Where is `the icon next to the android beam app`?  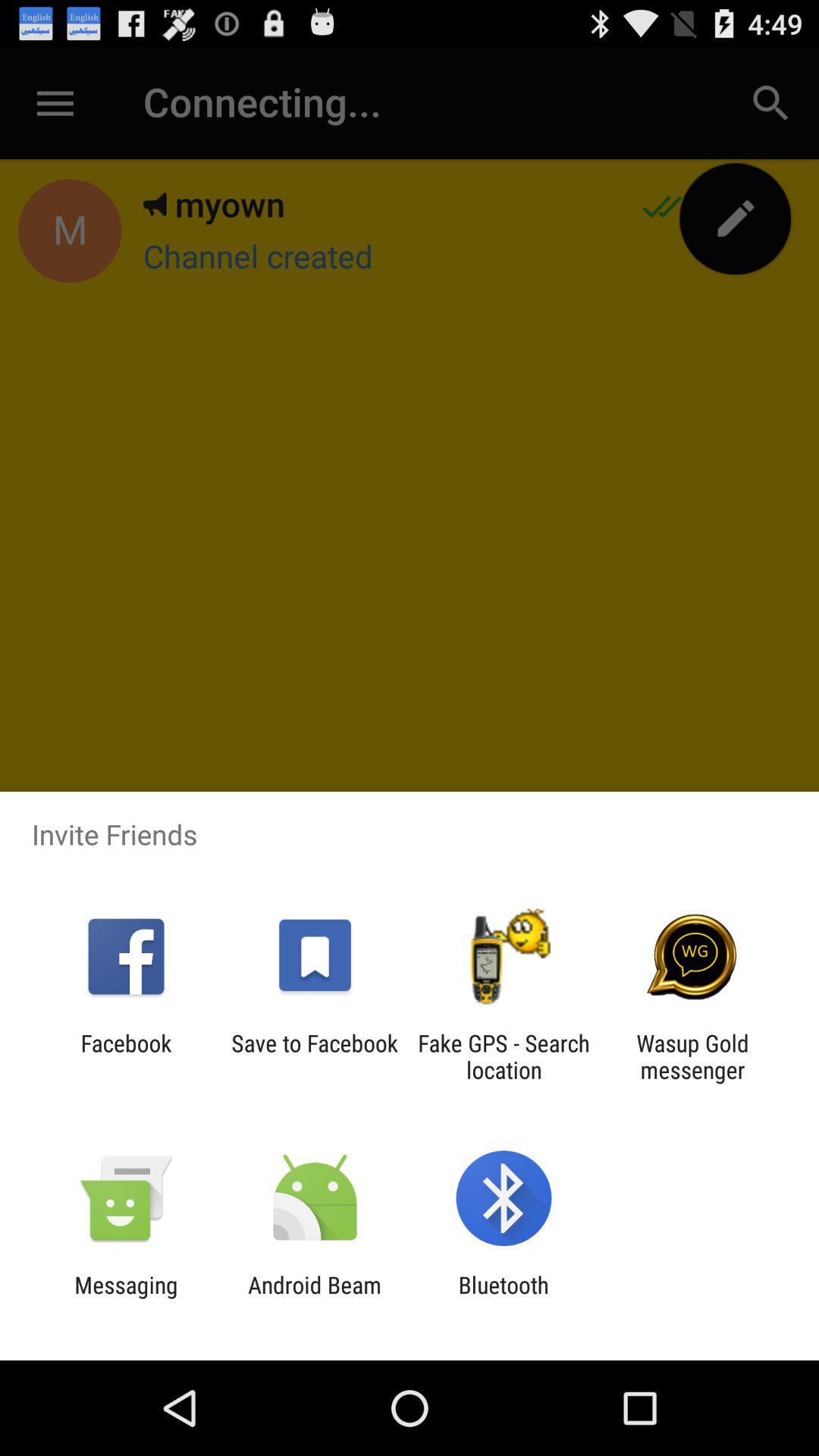
the icon next to the android beam app is located at coordinates (125, 1298).